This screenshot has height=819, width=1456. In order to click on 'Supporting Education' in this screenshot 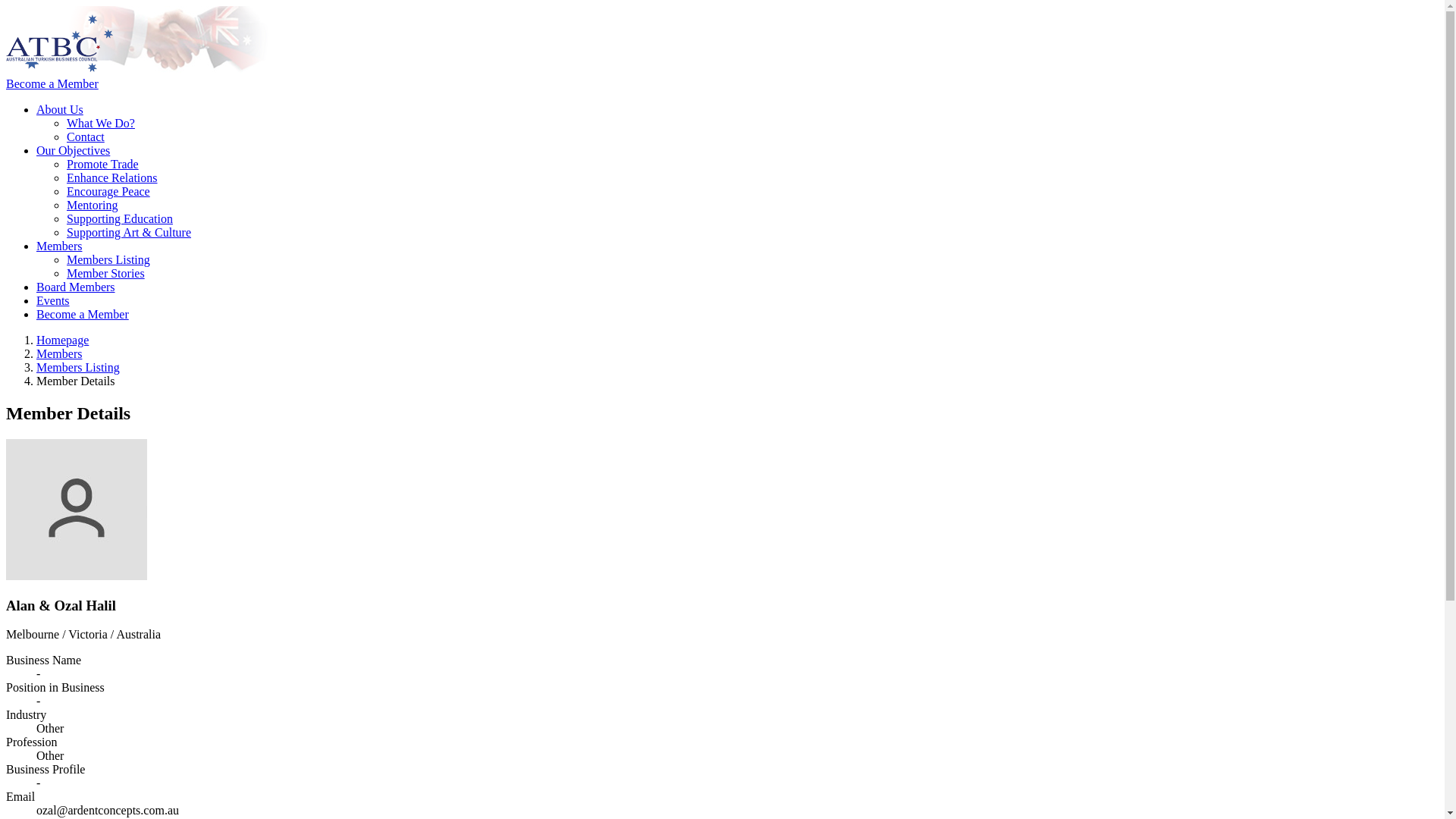, I will do `click(119, 218)`.